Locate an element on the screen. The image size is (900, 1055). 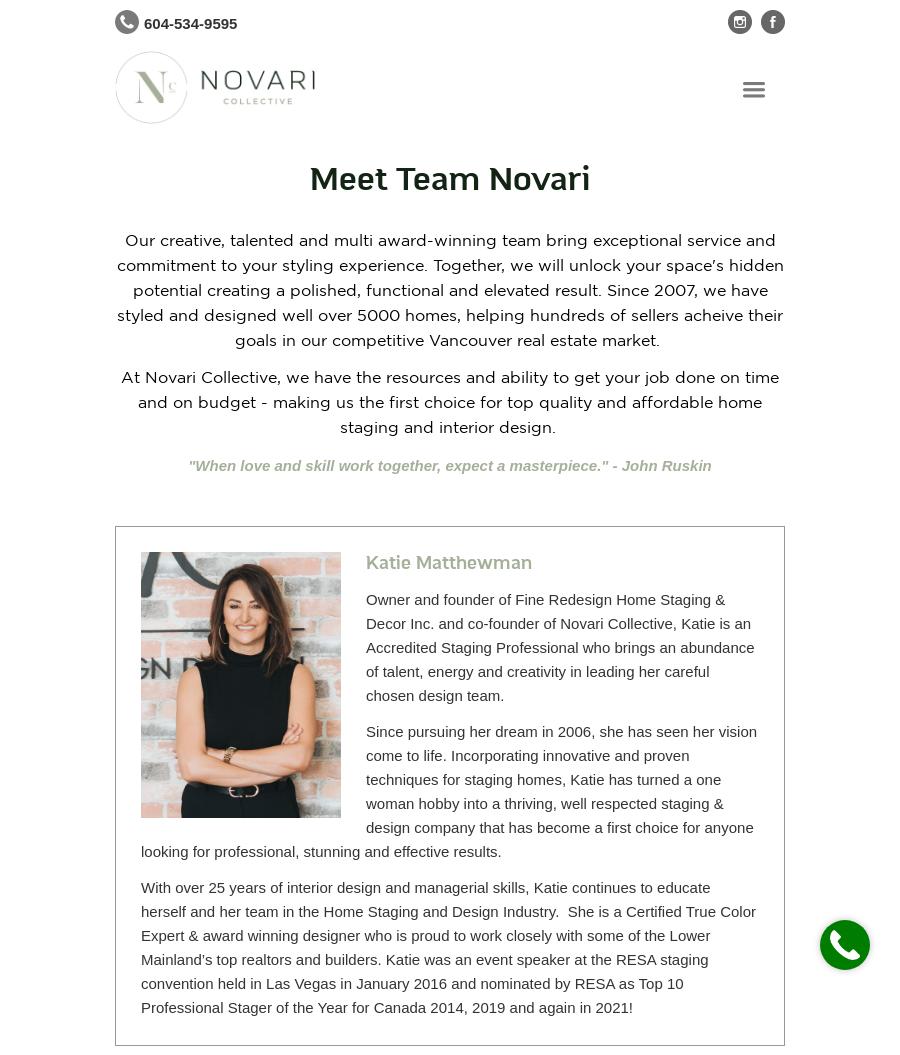
'"When love and skill work together, expect a masterpiece." - John Ruskin' is located at coordinates (449, 464).